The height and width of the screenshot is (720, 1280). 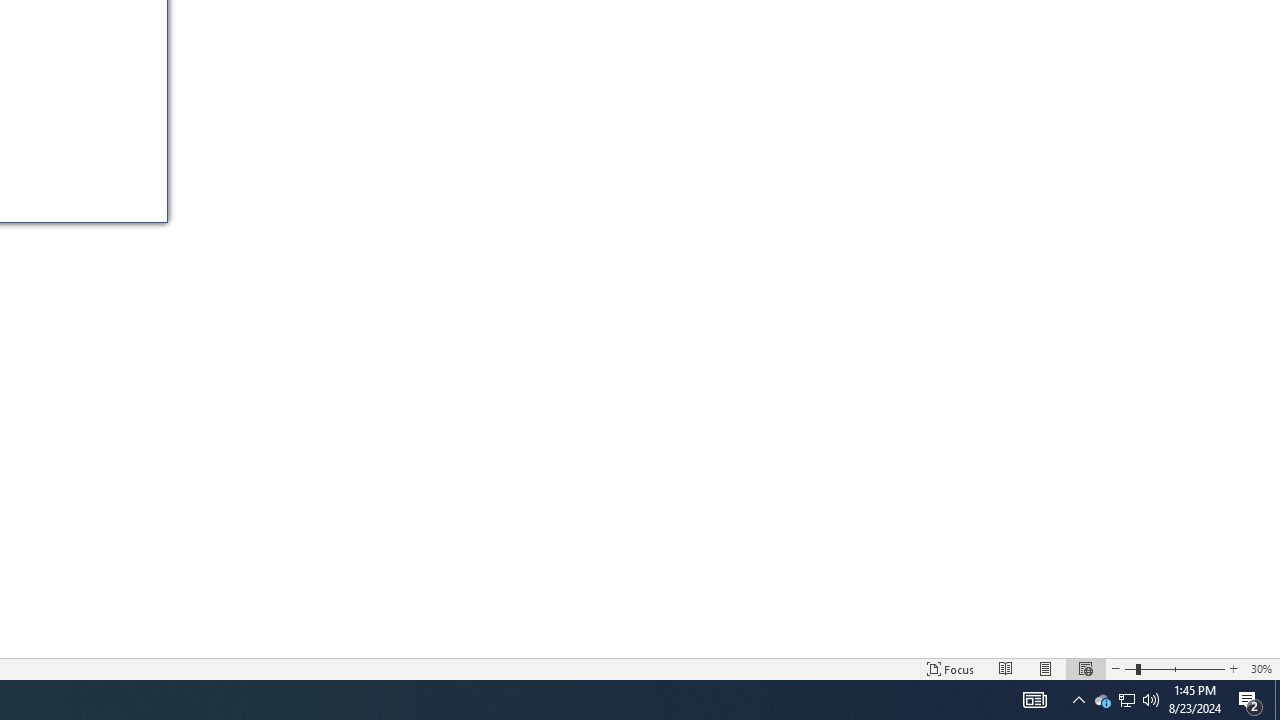 What do you see at coordinates (1006, 669) in the screenshot?
I see `'Read Mode'` at bounding box center [1006, 669].